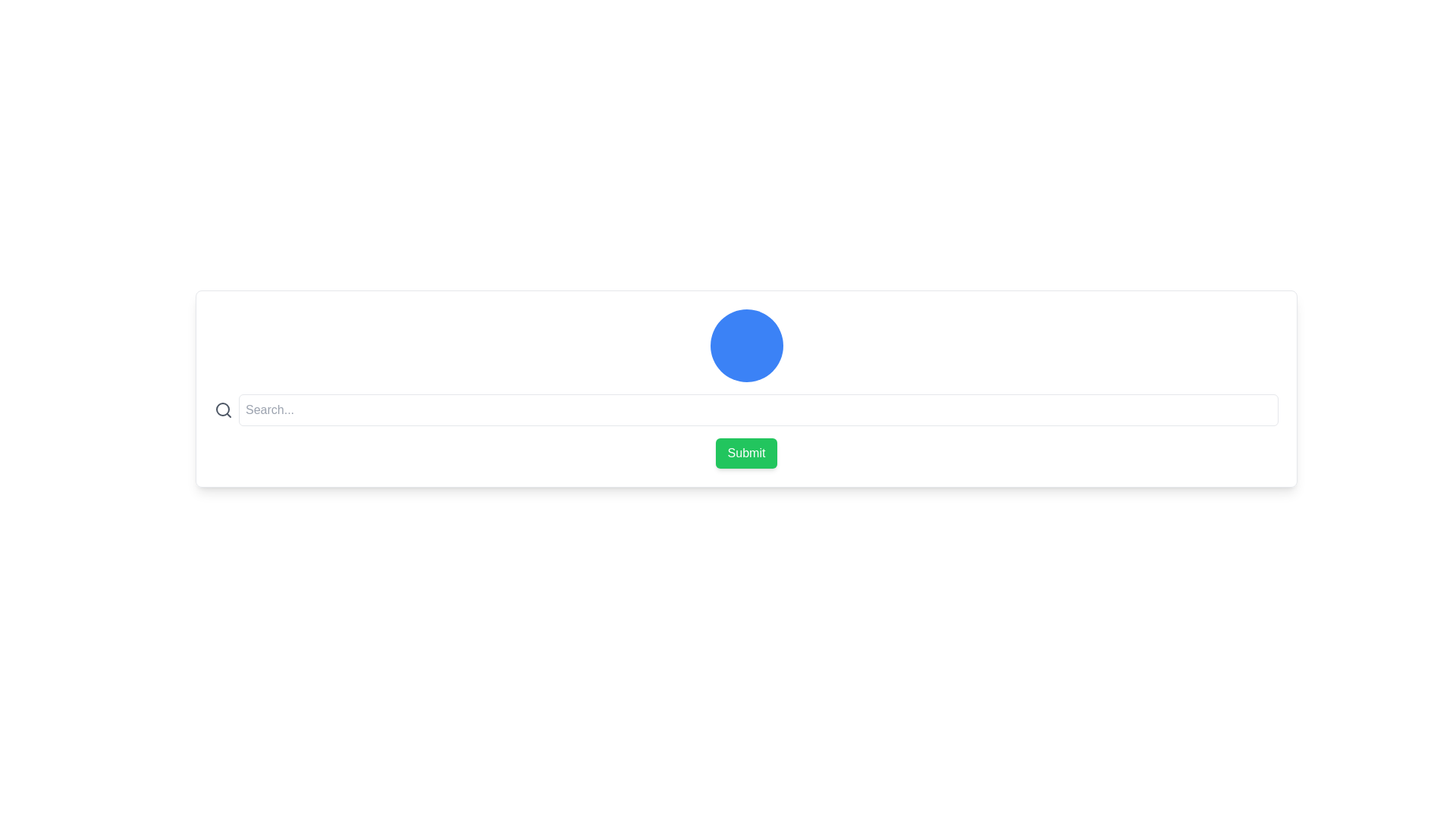 The image size is (1456, 819). What do you see at coordinates (221, 409) in the screenshot?
I see `the circular SVG element that represents the lens of the magnifying glass in the search icon, positioned at the center of the magnifying glass depiction` at bounding box center [221, 409].